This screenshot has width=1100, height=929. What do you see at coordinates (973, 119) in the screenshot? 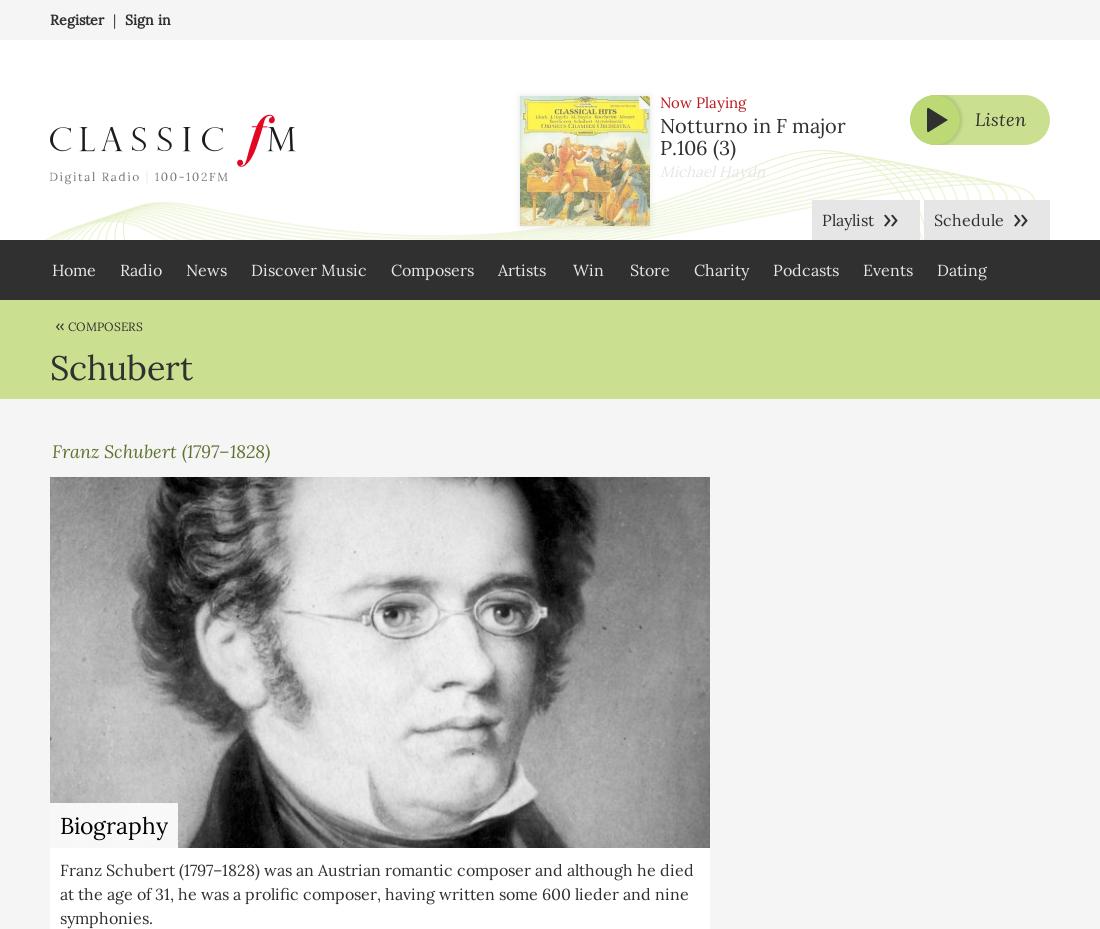
I see `'Listen'` at bounding box center [973, 119].